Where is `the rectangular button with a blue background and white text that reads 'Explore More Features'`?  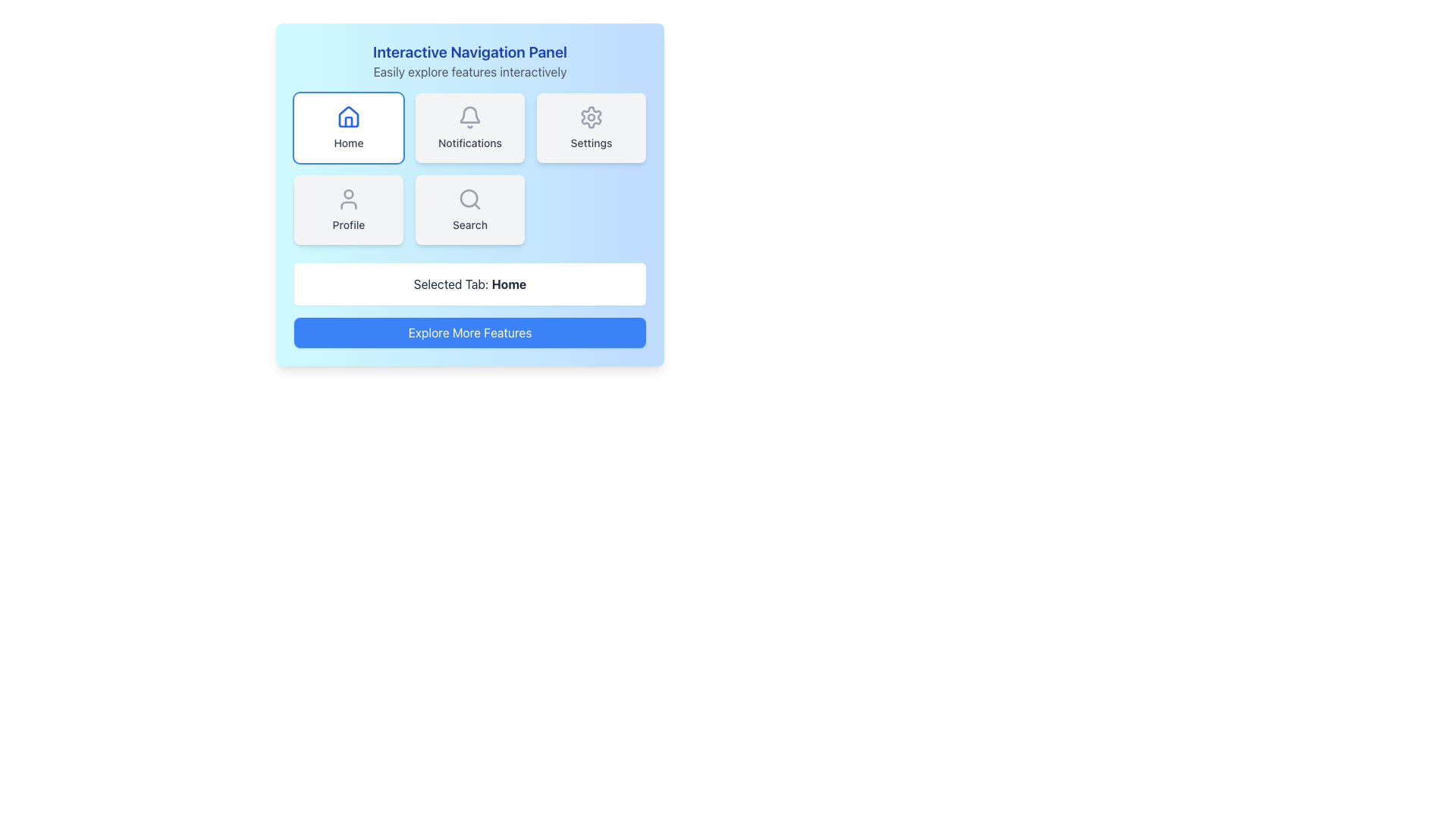 the rectangular button with a blue background and white text that reads 'Explore More Features' is located at coordinates (469, 332).